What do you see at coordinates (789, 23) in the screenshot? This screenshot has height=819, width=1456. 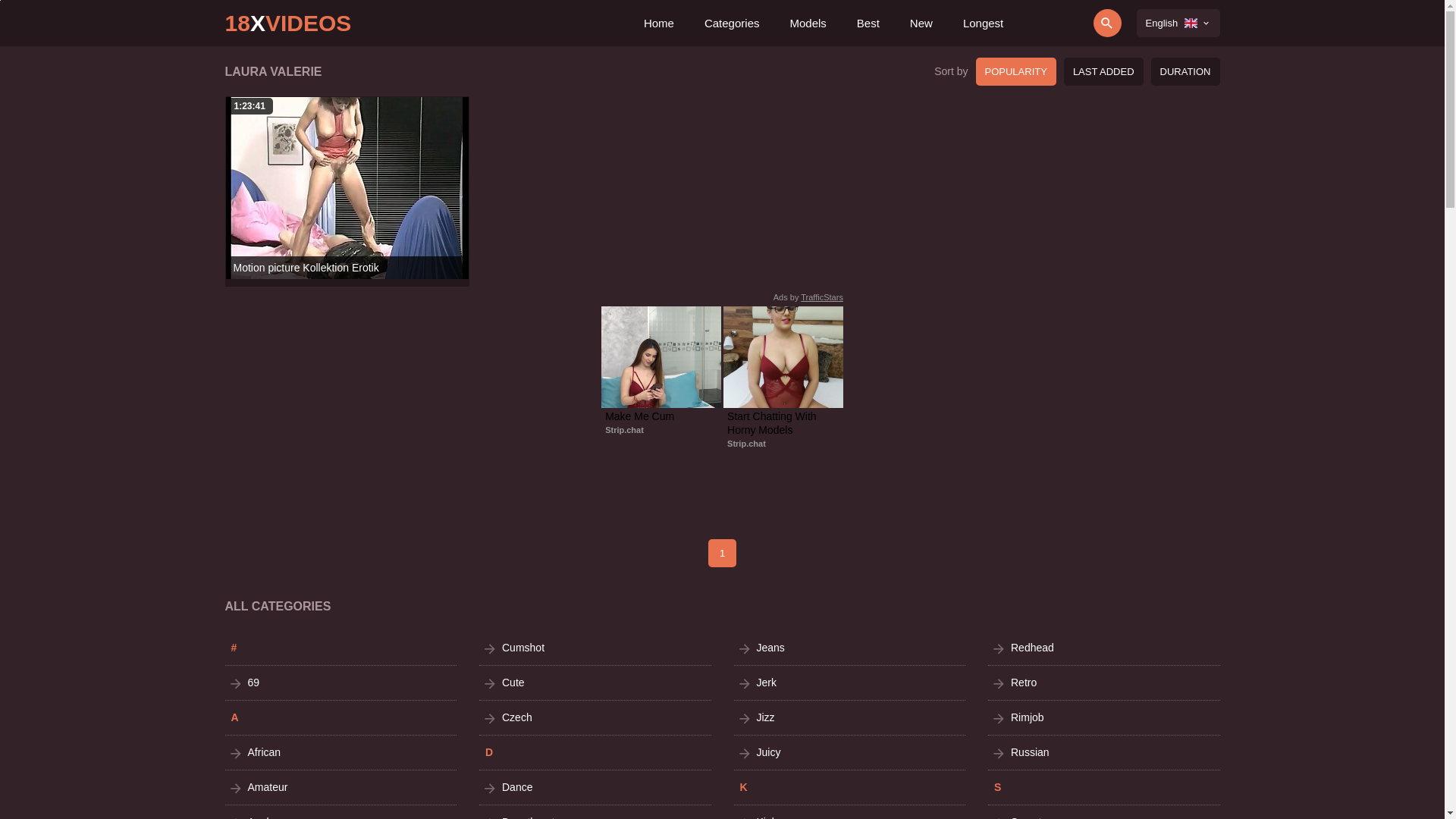 I see `'Models'` at bounding box center [789, 23].